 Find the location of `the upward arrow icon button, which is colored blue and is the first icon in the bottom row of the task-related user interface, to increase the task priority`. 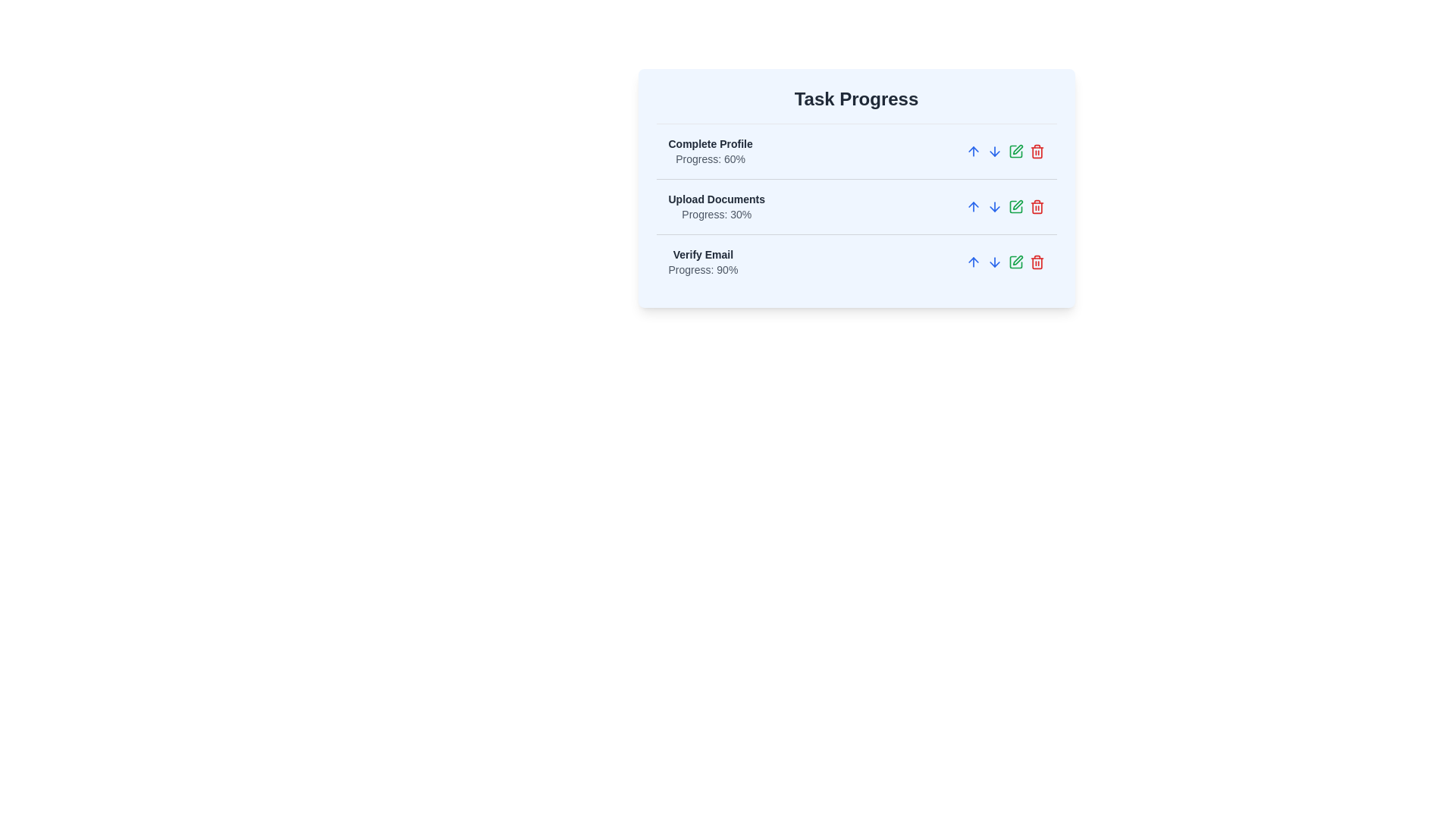

the upward arrow icon button, which is colored blue and is the first icon in the bottom row of the task-related user interface, to increase the task priority is located at coordinates (973, 262).